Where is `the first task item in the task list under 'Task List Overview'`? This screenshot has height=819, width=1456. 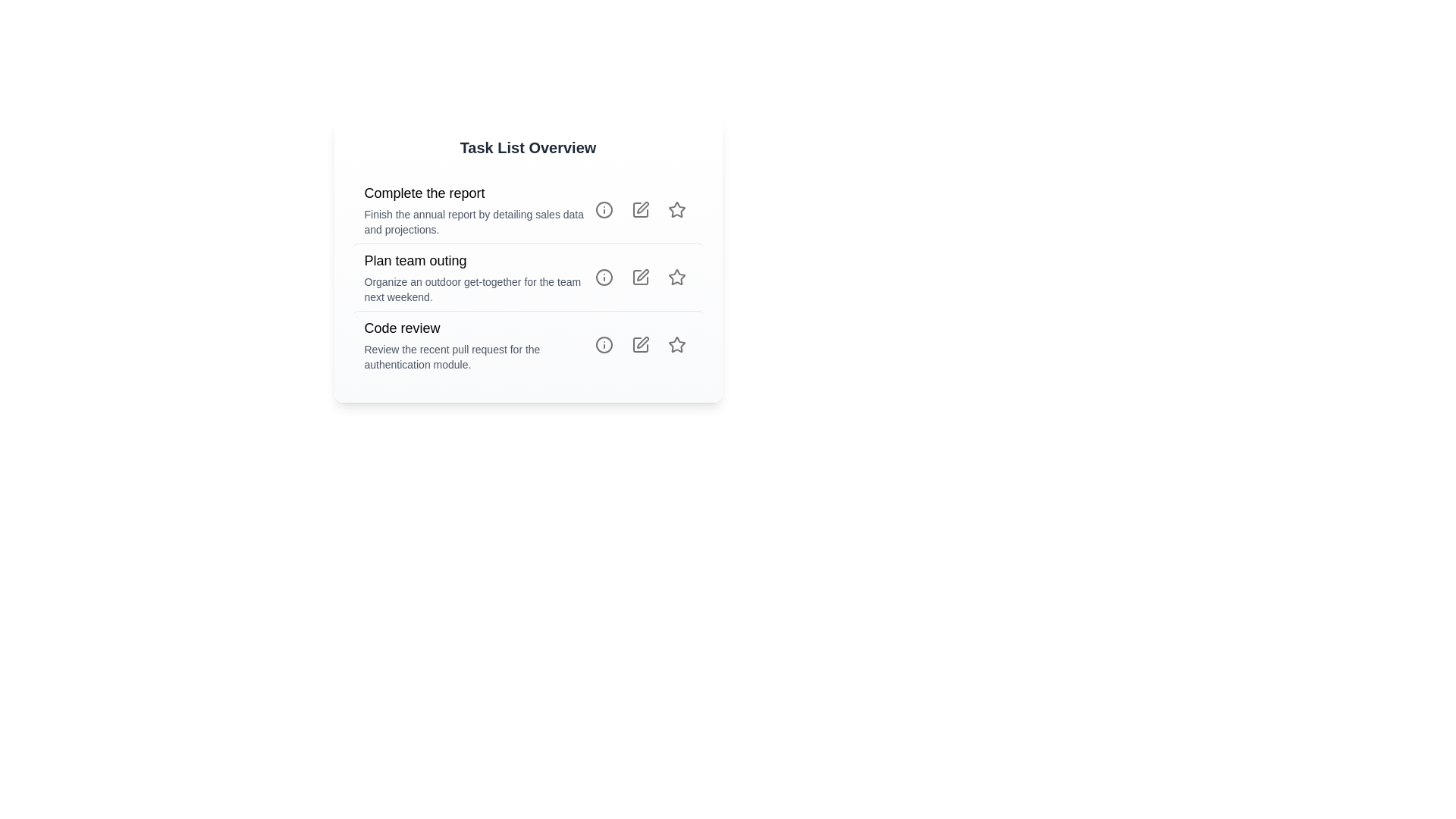
the first task item in the task list under 'Task List Overview' is located at coordinates (475, 210).